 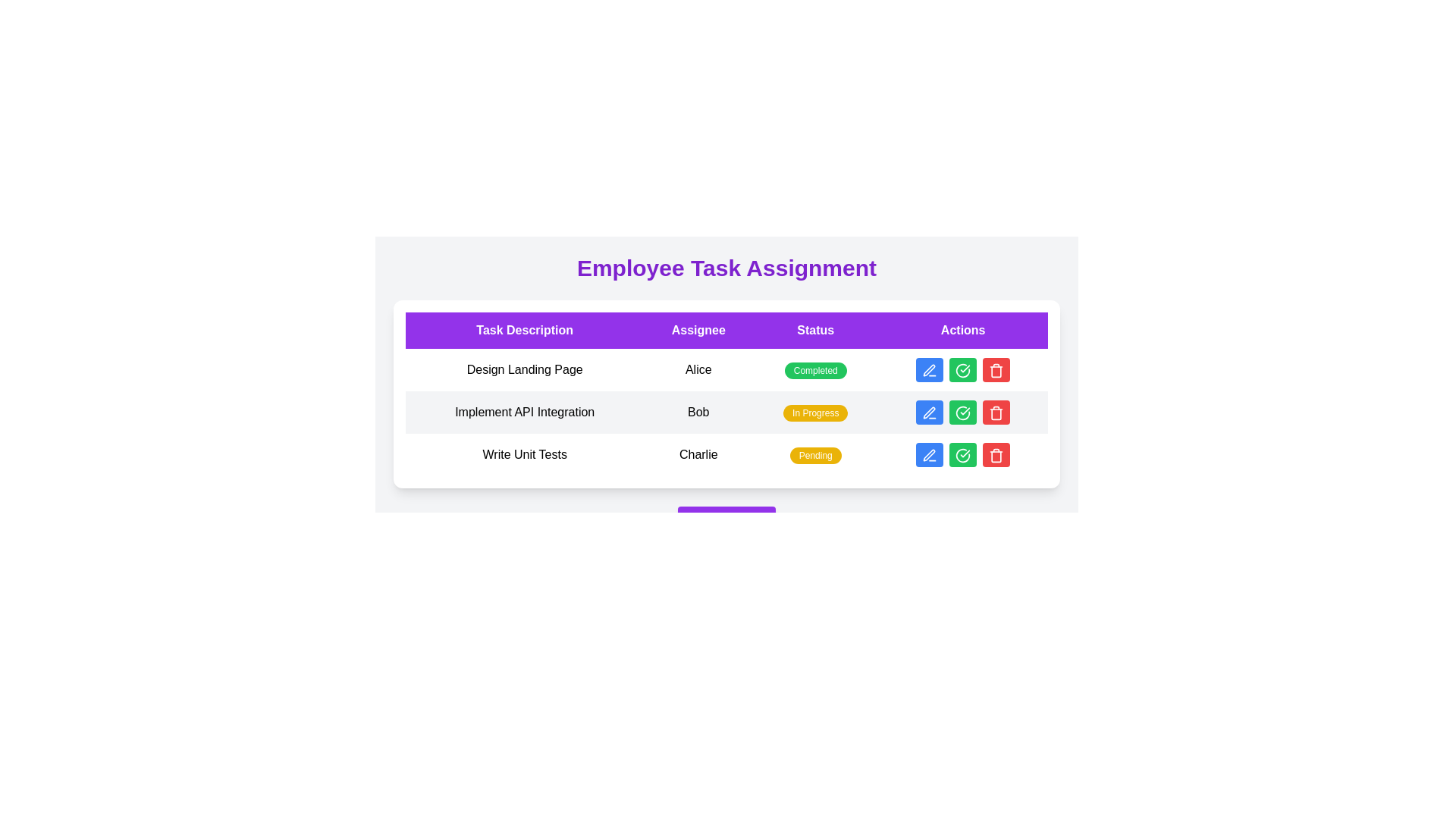 What do you see at coordinates (698, 370) in the screenshot?
I see `text of the Text Label located in the second column of the first row of the 'Employee Task Assignment' interface` at bounding box center [698, 370].